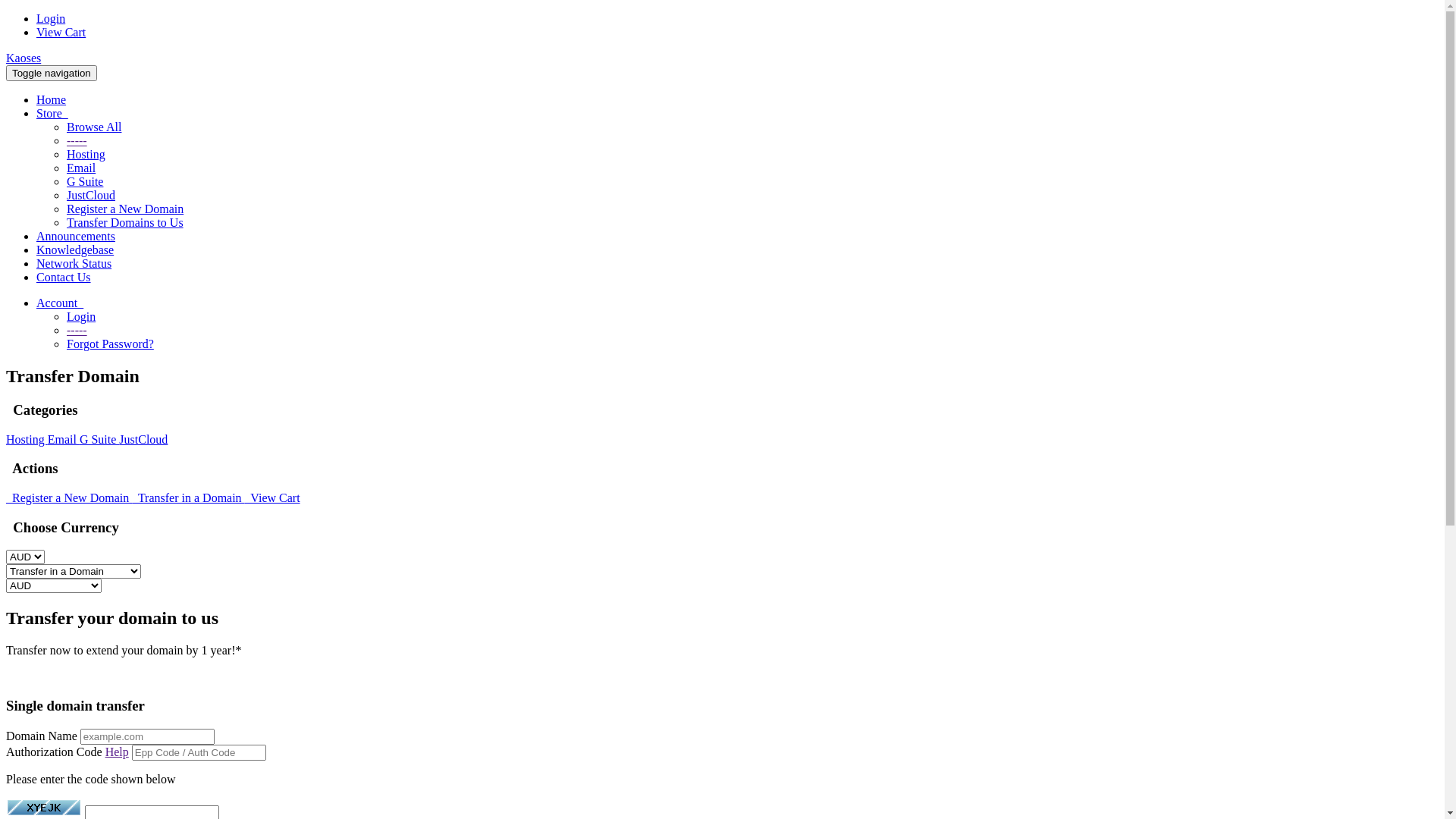 The image size is (1456, 819). I want to click on 'Network Status', so click(73, 262).